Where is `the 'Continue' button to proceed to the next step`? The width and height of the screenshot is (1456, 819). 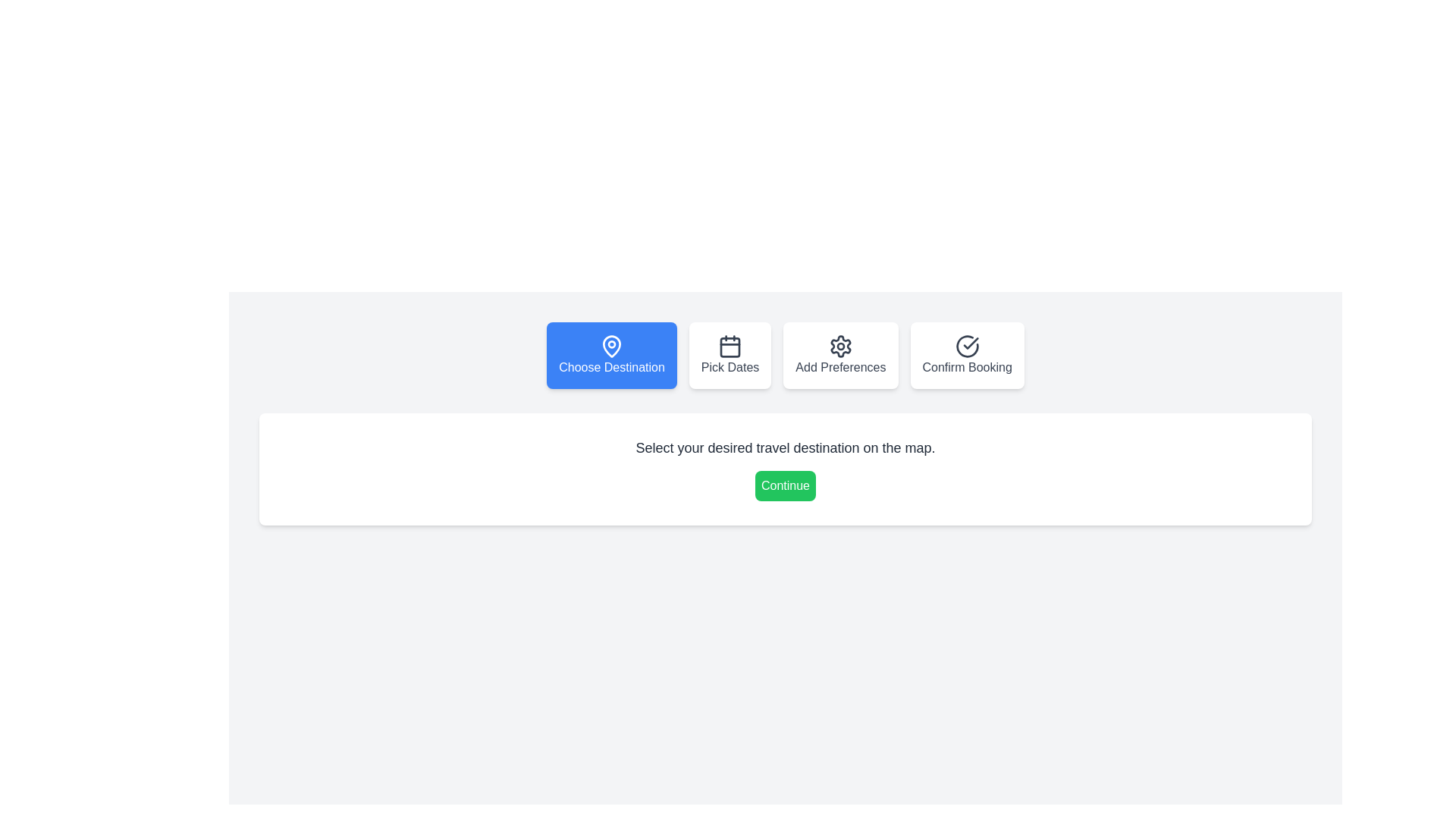
the 'Continue' button to proceed to the next step is located at coordinates (786, 485).